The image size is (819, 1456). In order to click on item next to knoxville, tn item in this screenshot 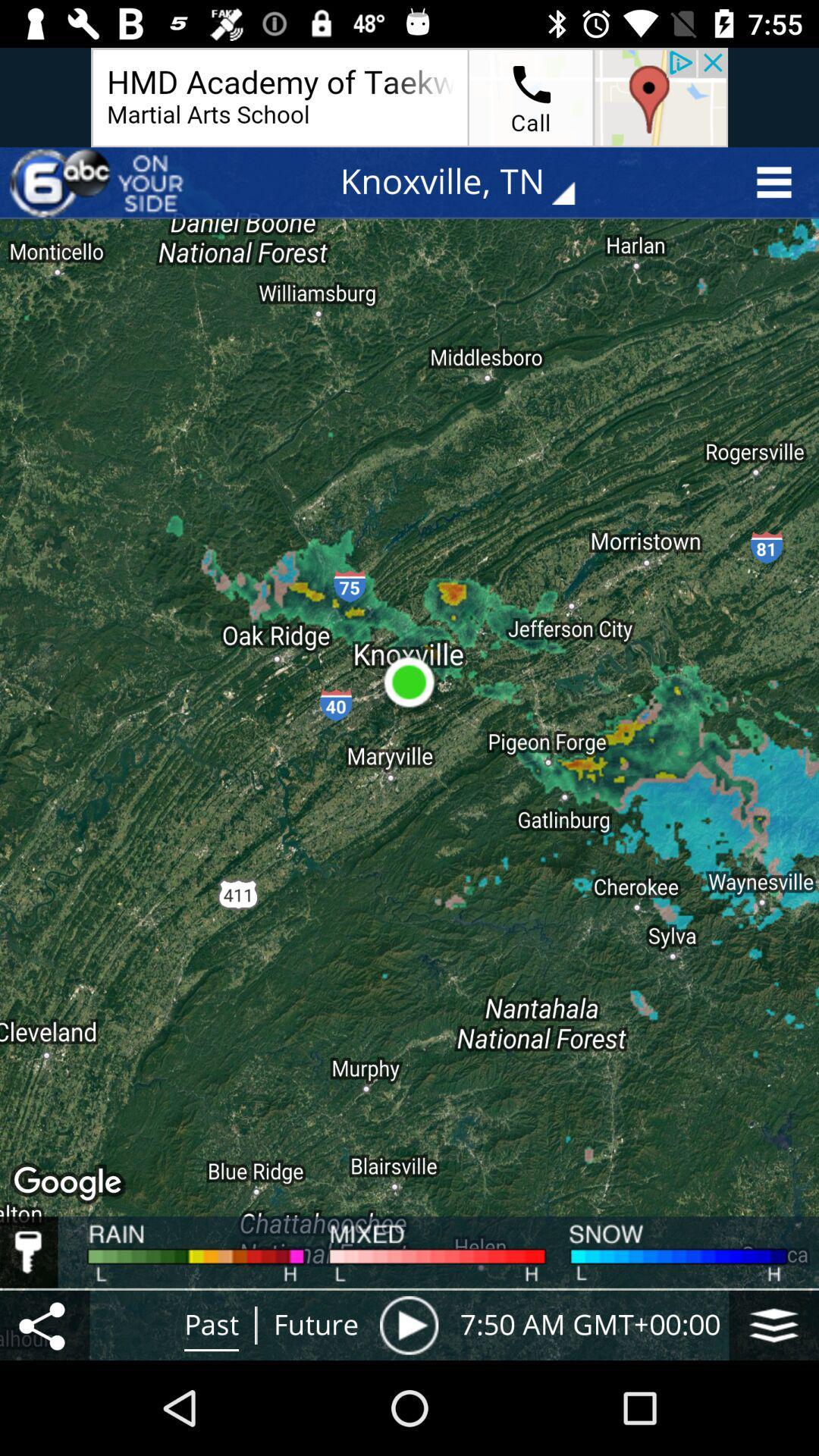, I will do `click(99, 182)`.